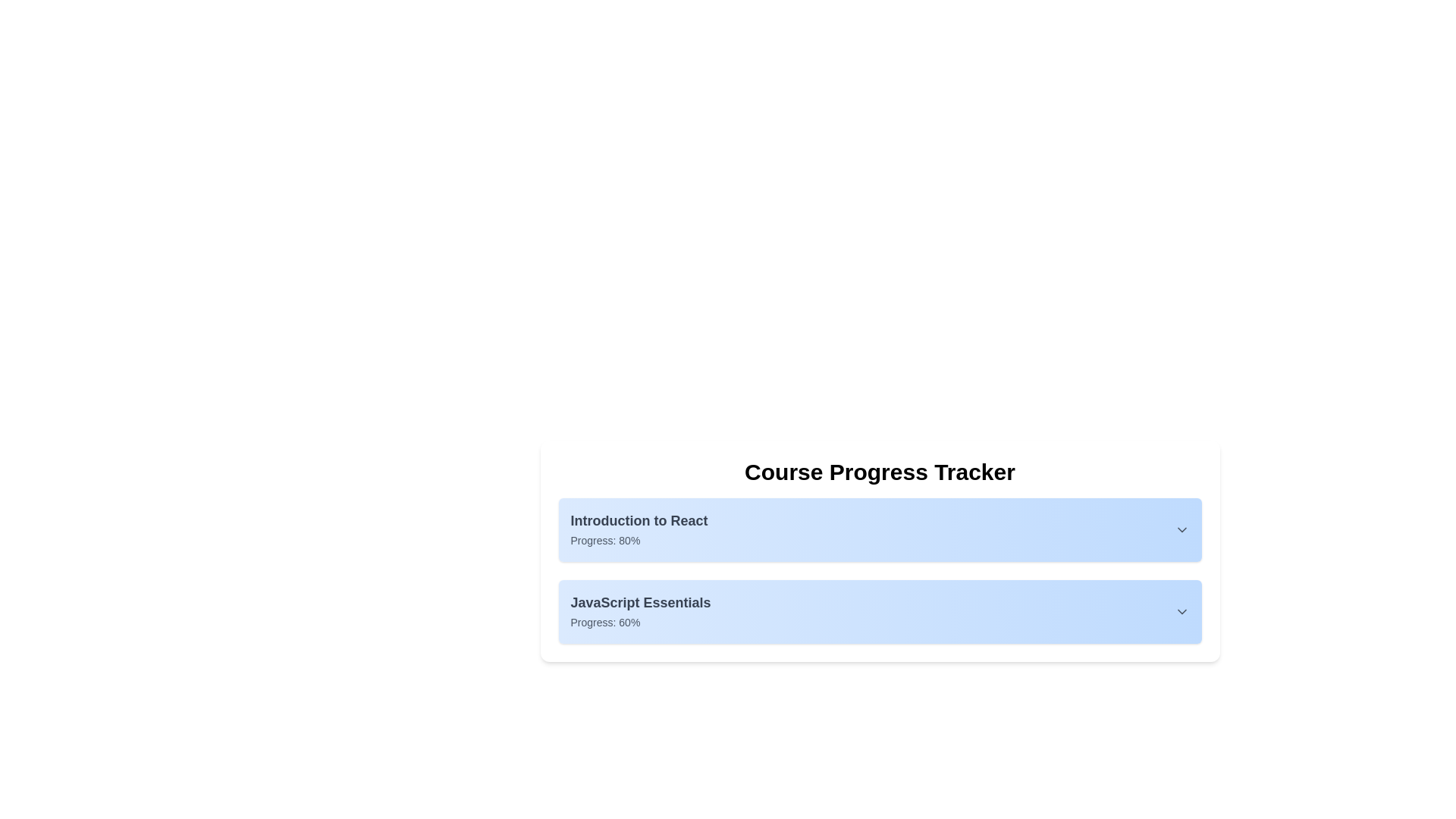 The width and height of the screenshot is (1456, 819). I want to click on the chevron-down icon associated with the 'JavaScript Essentials' course section to trigger the dropdown function, so click(1181, 610).